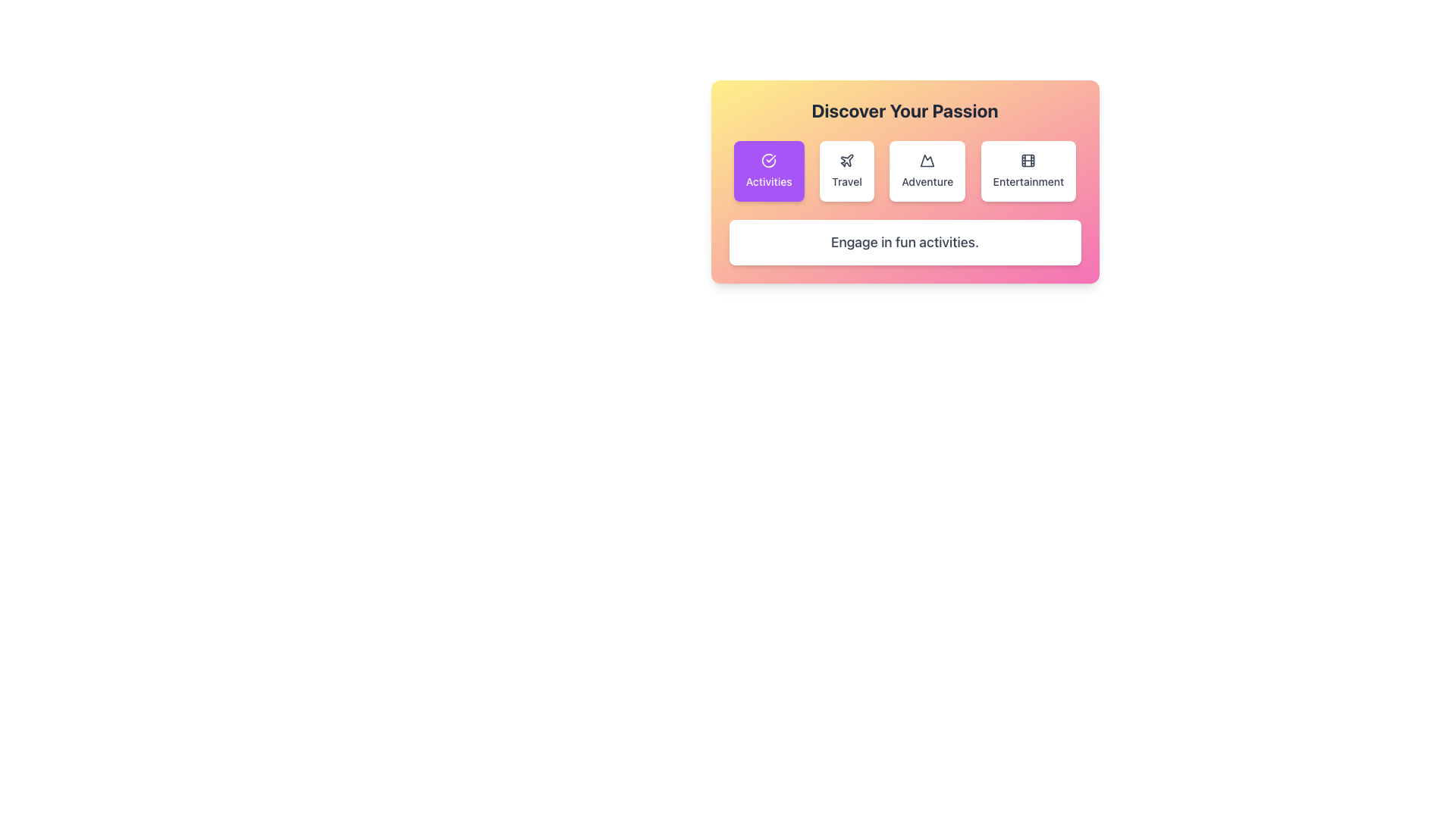 This screenshot has height=819, width=1456. I want to click on the 'Entertainment' category button, which is the fourth card in a horizontal group of four cards positioned at the far right, following the 'Adventure' card, so click(1028, 171).